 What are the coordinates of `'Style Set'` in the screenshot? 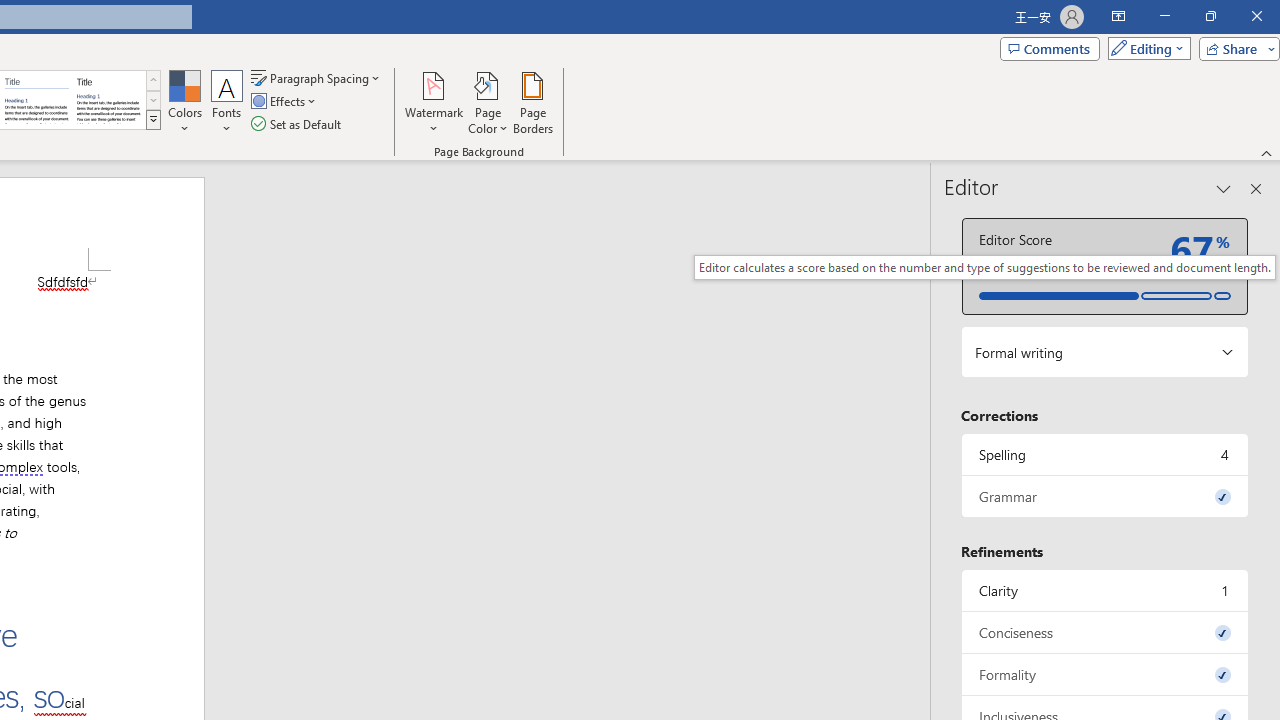 It's located at (152, 120).